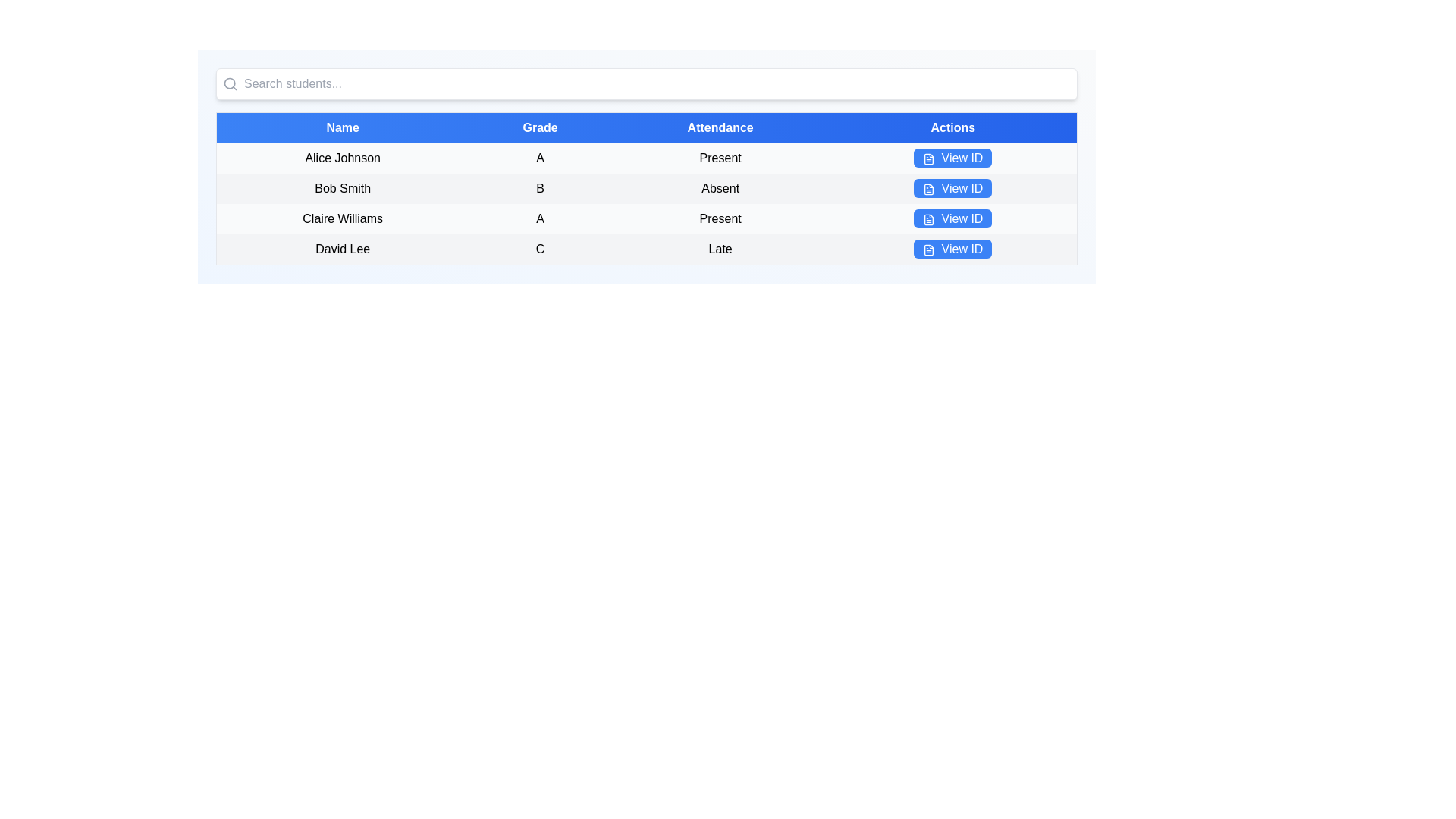 This screenshot has height=819, width=1456. I want to click on the table row displaying information about 'Claire Williams', which includes the name, grade, attendance status, and an actionable button labeled 'View ID', so click(647, 219).